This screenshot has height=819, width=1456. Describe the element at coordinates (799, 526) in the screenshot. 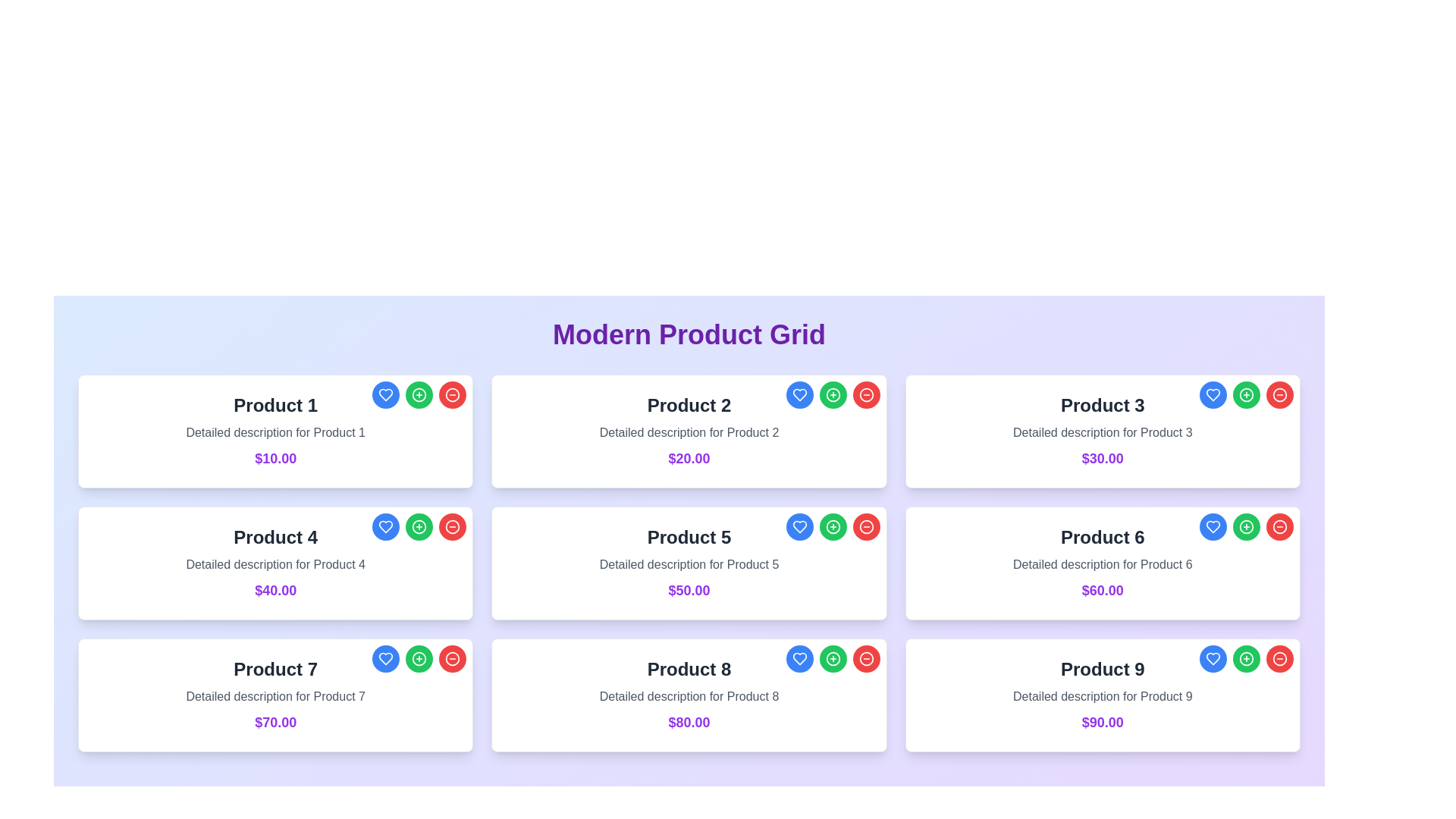

I see `the 'like' icon located at the top right of the 'Product 5' card` at that location.